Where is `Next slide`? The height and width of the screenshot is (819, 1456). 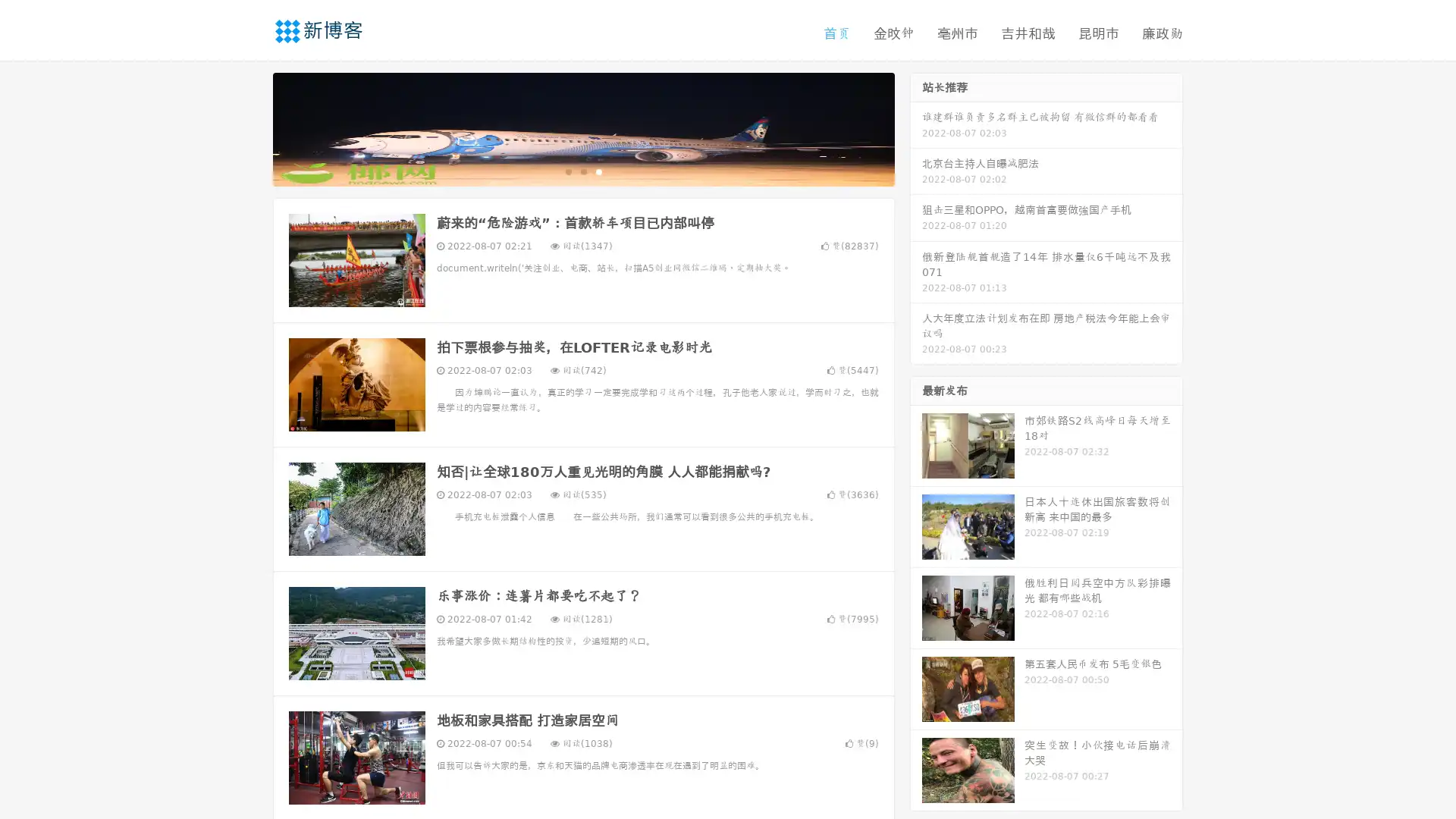 Next slide is located at coordinates (916, 127).